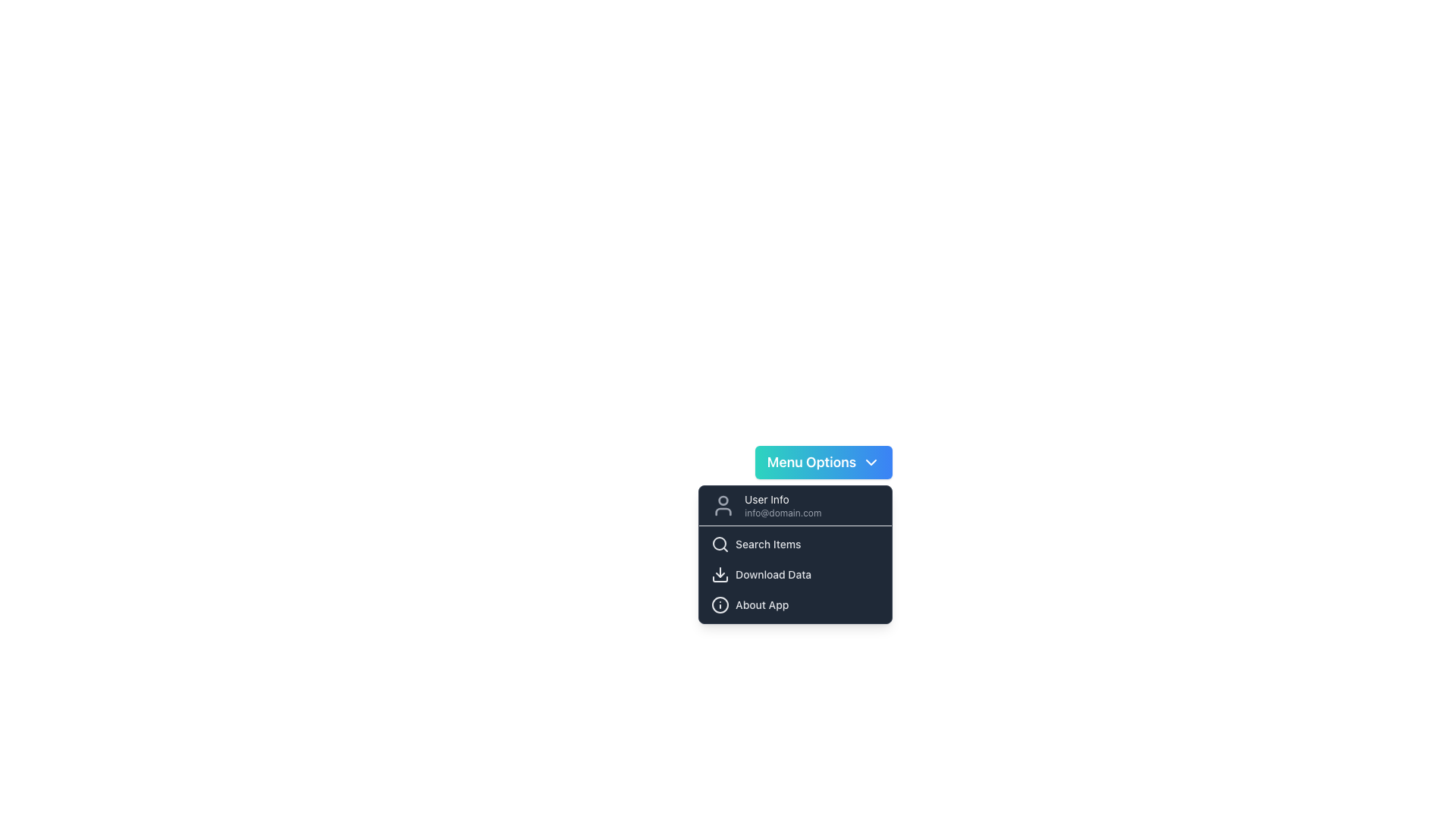 The image size is (1456, 819). What do you see at coordinates (823, 461) in the screenshot?
I see `the 'Menu Options' dropdown toggle button with a teal to blue gradient background` at bounding box center [823, 461].